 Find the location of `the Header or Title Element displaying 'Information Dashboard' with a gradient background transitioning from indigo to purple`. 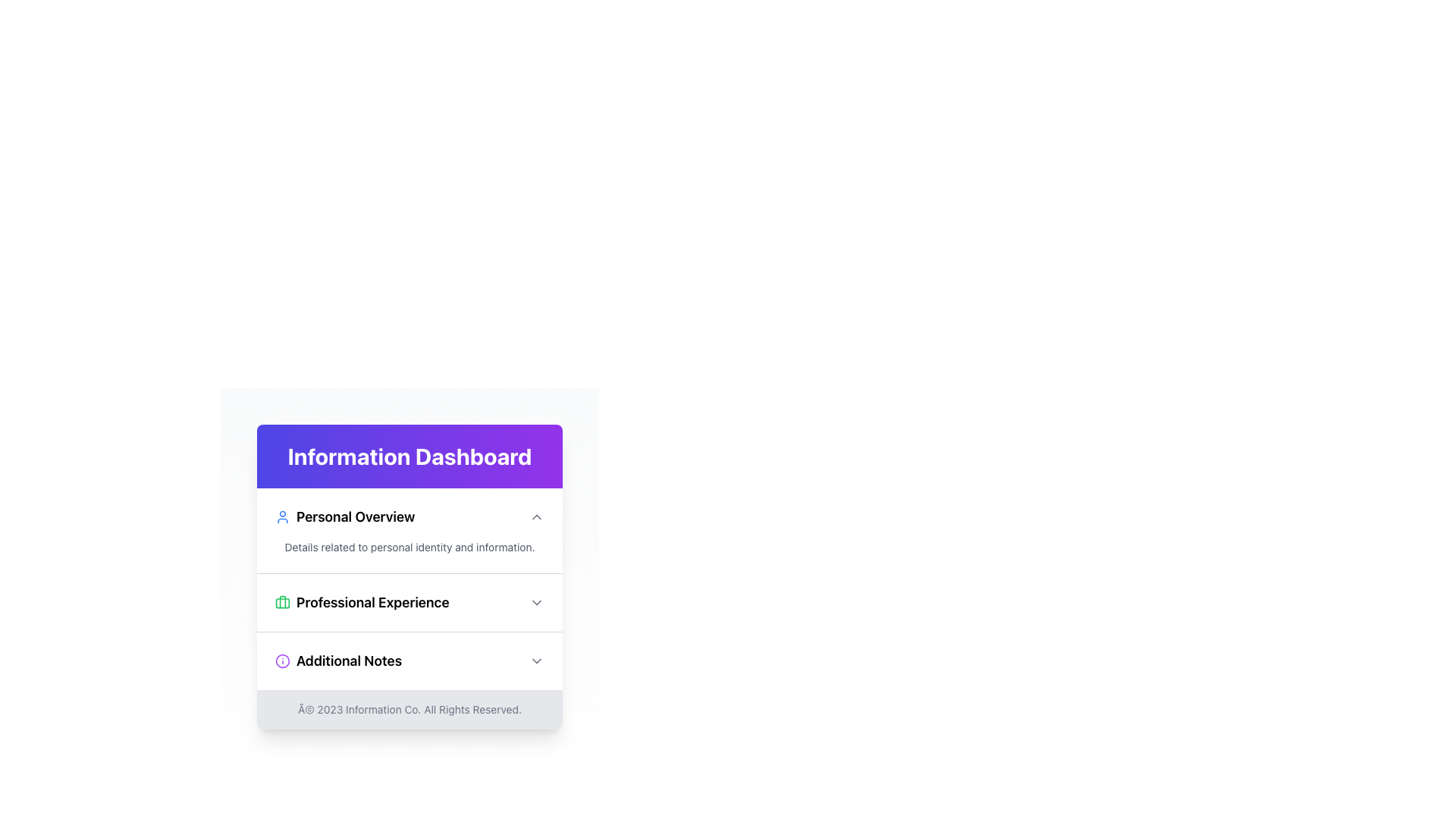

the Header or Title Element displaying 'Information Dashboard' with a gradient background transitioning from indigo to purple is located at coordinates (409, 455).